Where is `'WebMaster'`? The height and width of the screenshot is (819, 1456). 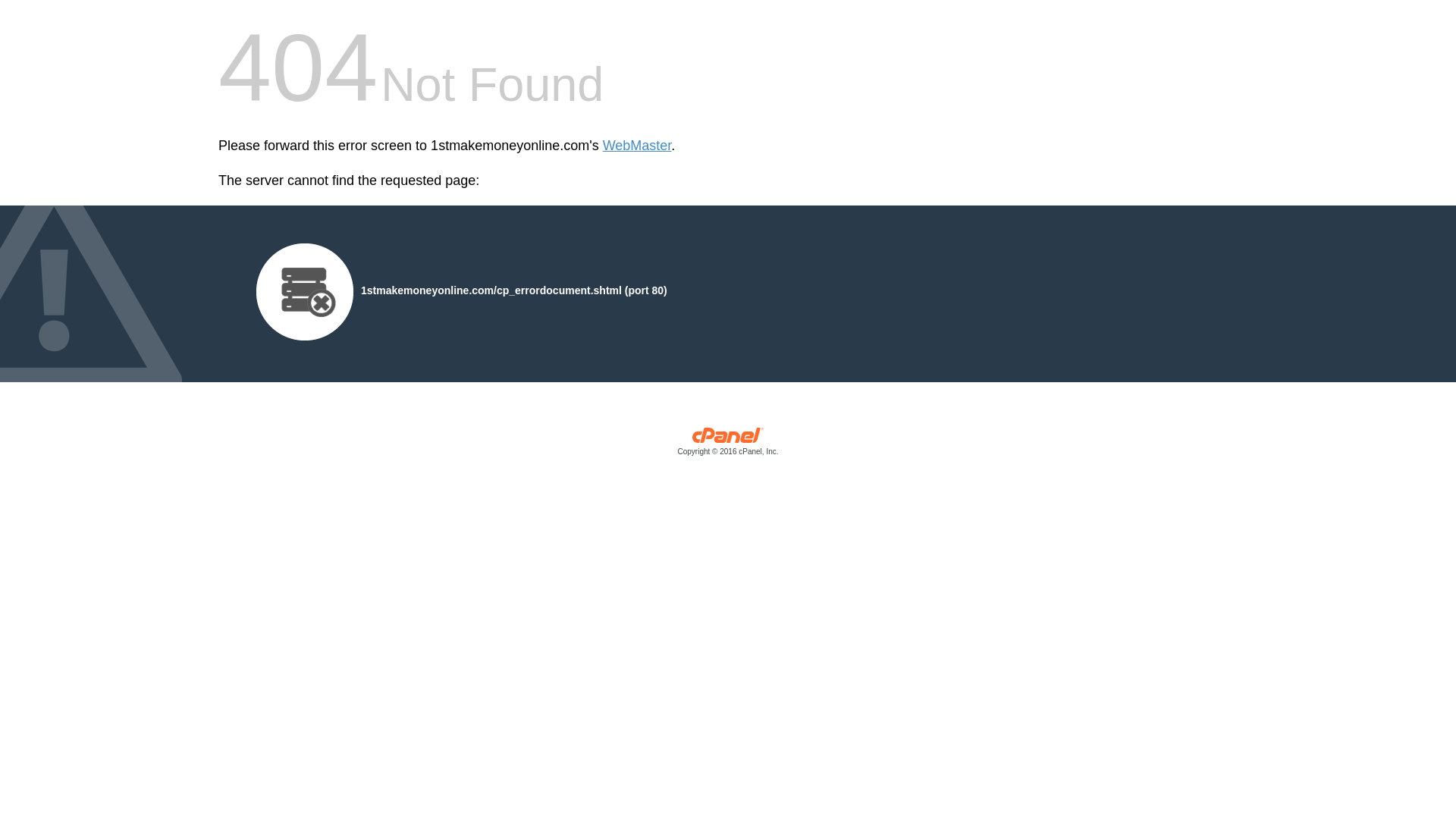
'WebMaster' is located at coordinates (637, 146).